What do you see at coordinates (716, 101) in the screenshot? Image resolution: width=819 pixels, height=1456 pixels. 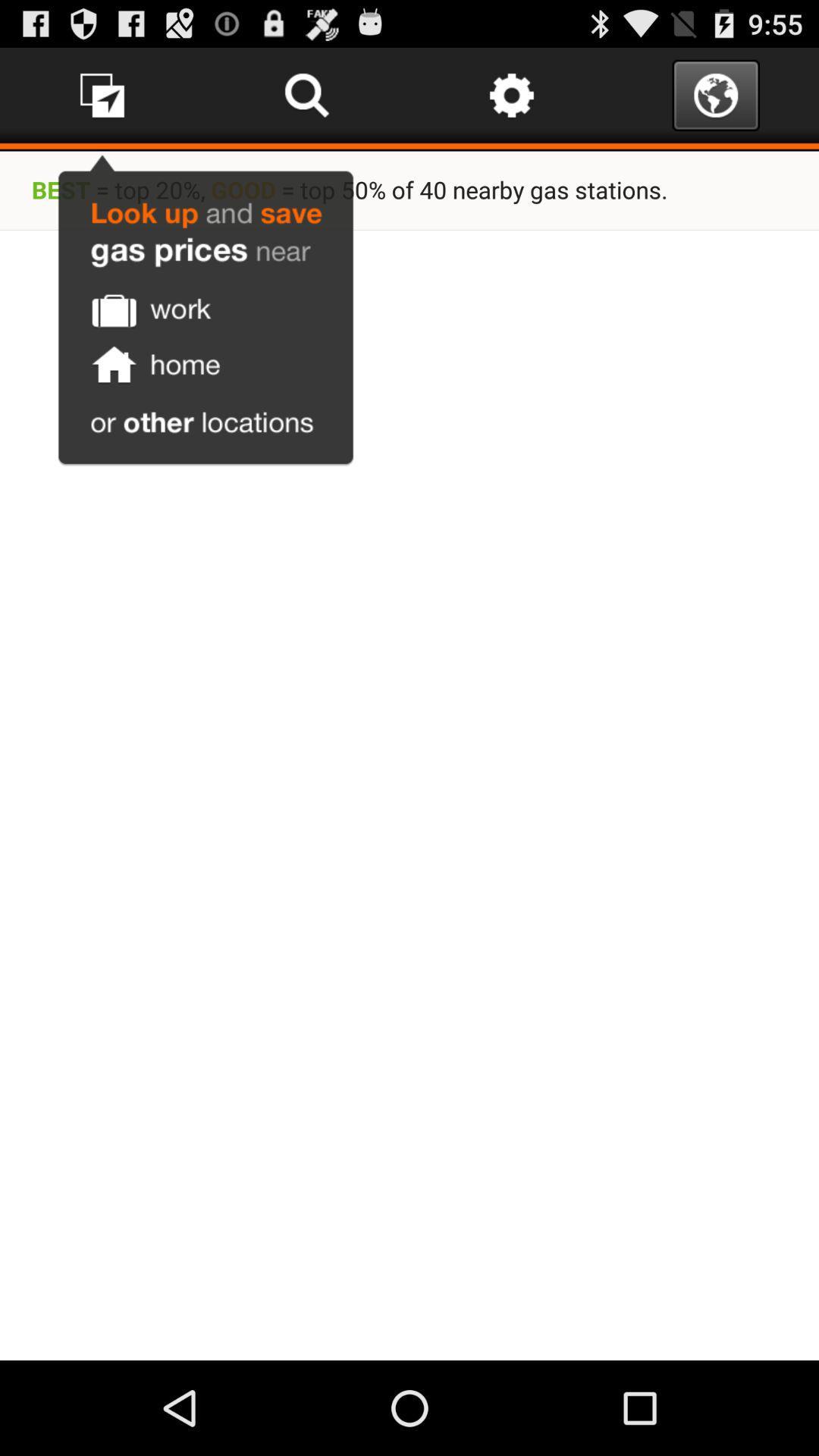 I see `the globe icon` at bounding box center [716, 101].